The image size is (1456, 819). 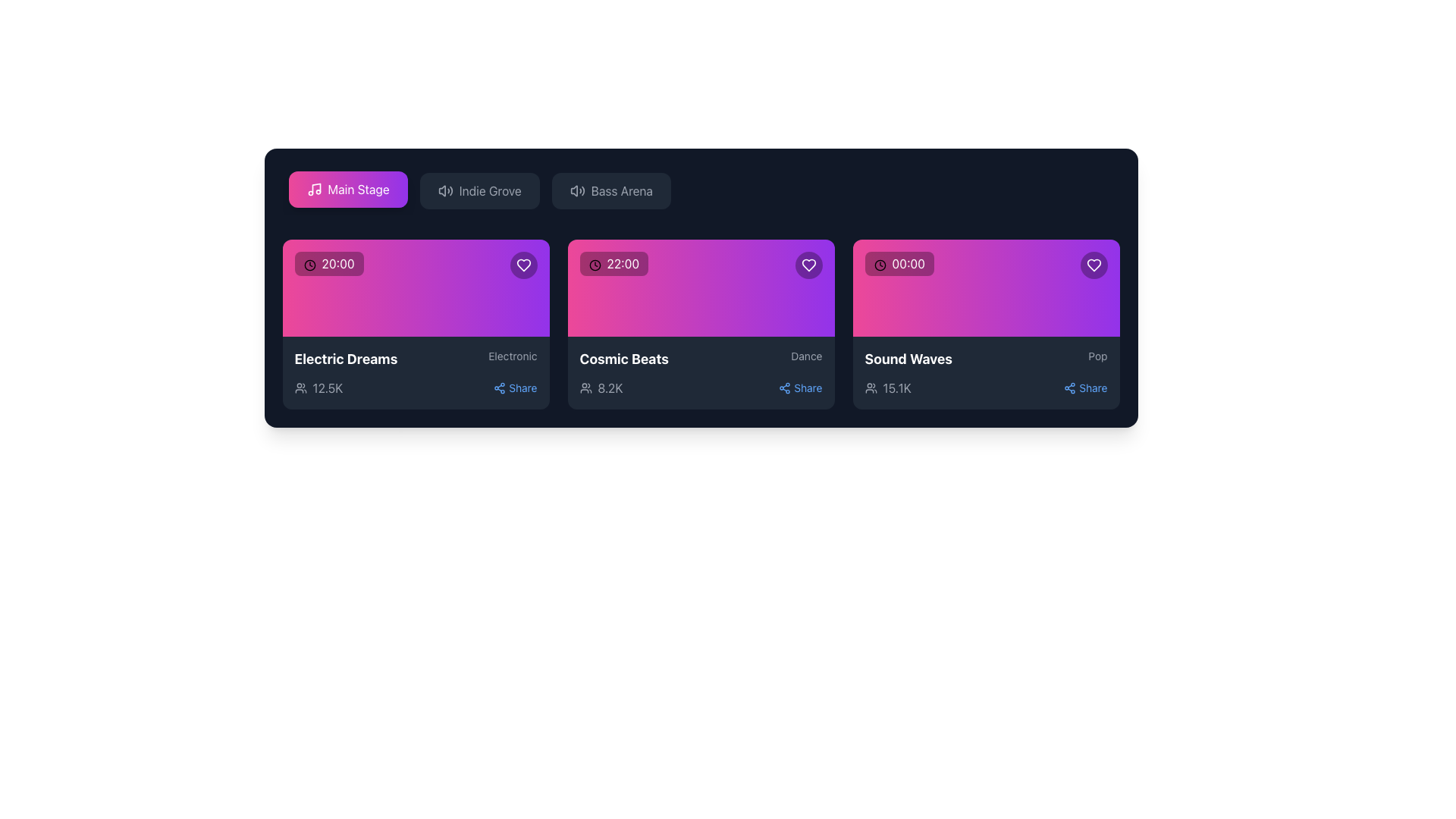 What do you see at coordinates (613, 262) in the screenshot?
I see `the timestamp element displaying the starting time for the 'Cosmic Beats' event in the top-left part of the information card` at bounding box center [613, 262].